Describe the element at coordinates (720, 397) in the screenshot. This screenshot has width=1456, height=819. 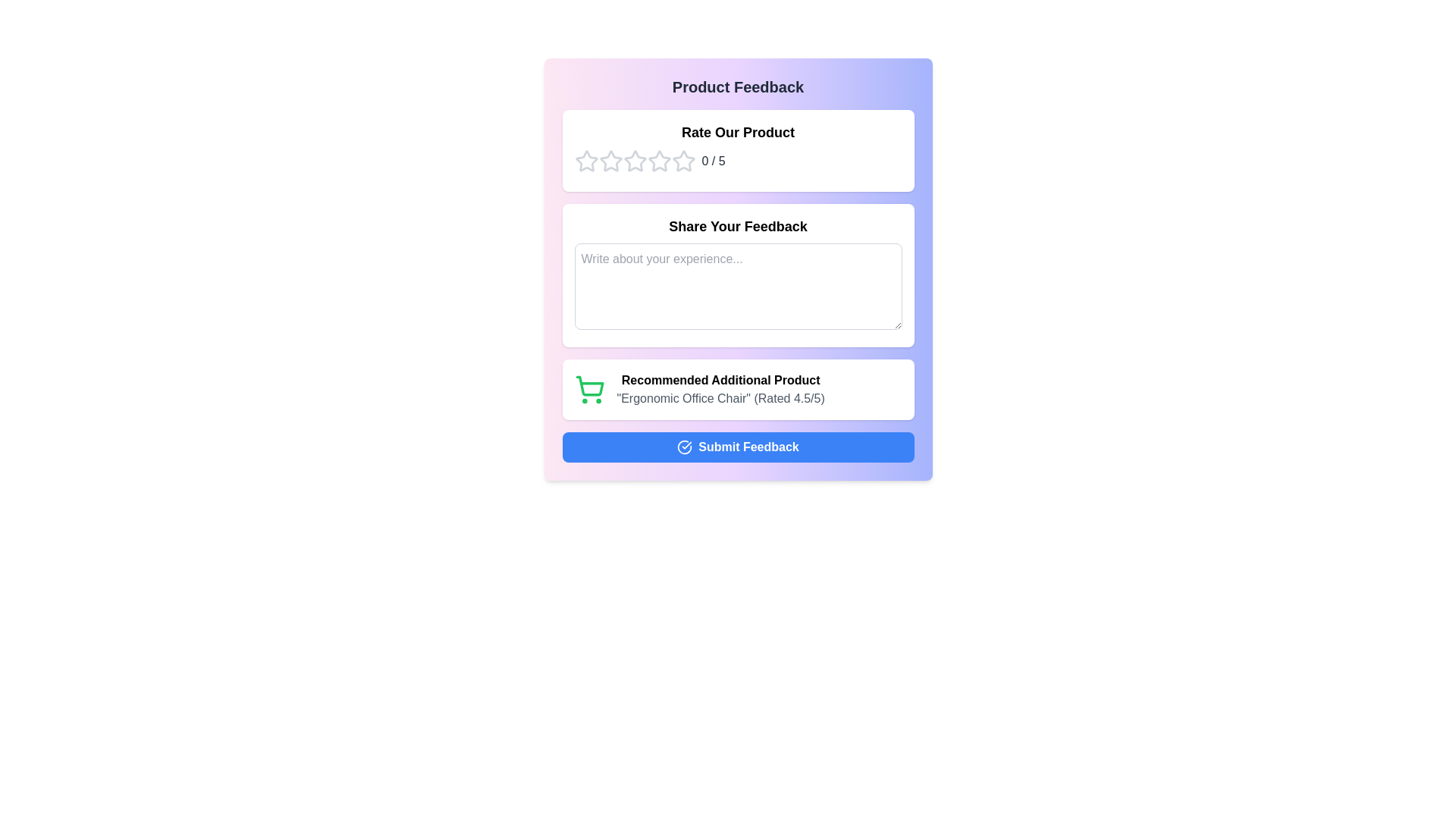
I see `text label that provides the name and rating of a recommended additional product, located directly below the 'Recommended Additional Product' text` at that location.